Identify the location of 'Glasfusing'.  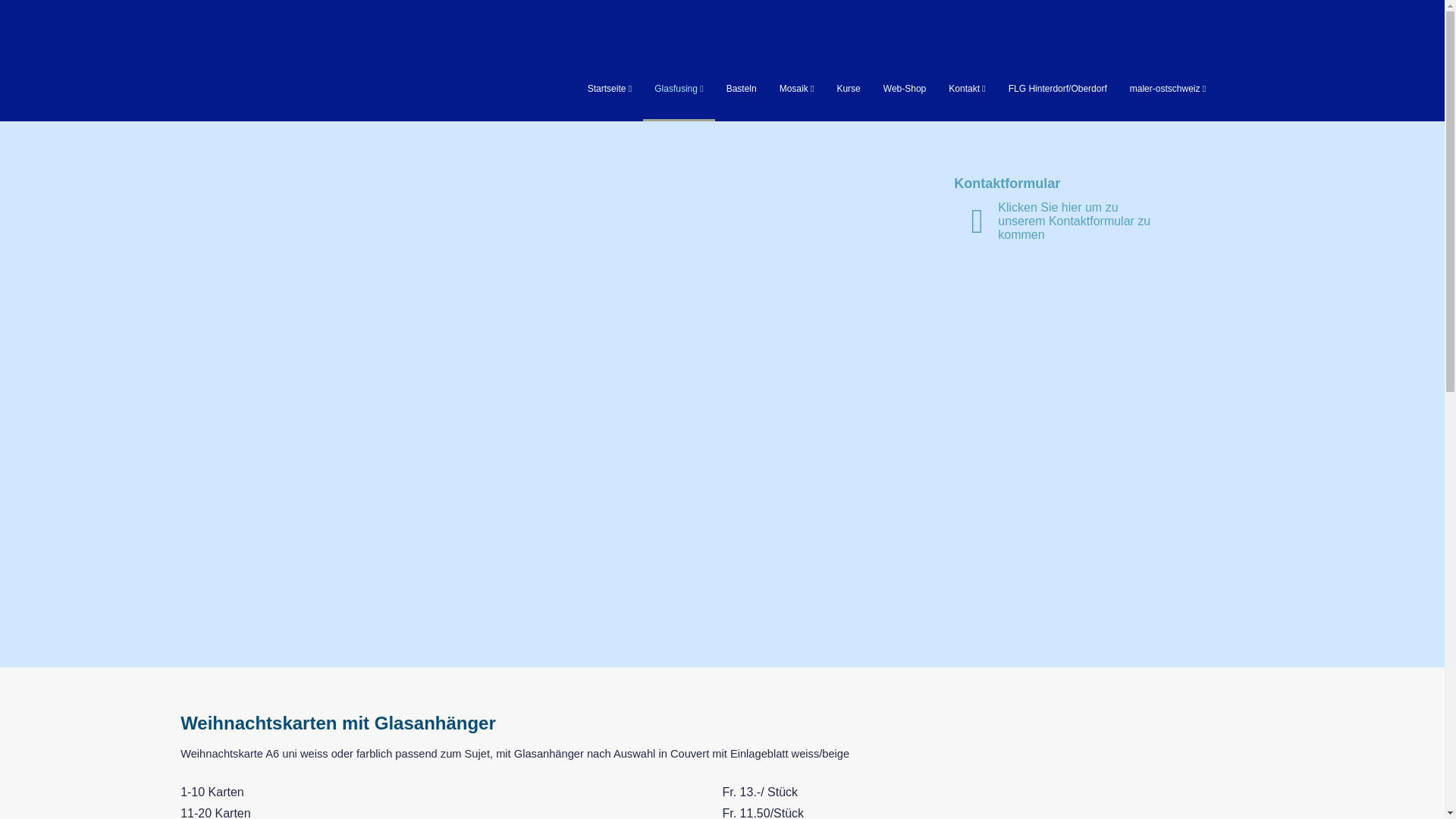
(677, 88).